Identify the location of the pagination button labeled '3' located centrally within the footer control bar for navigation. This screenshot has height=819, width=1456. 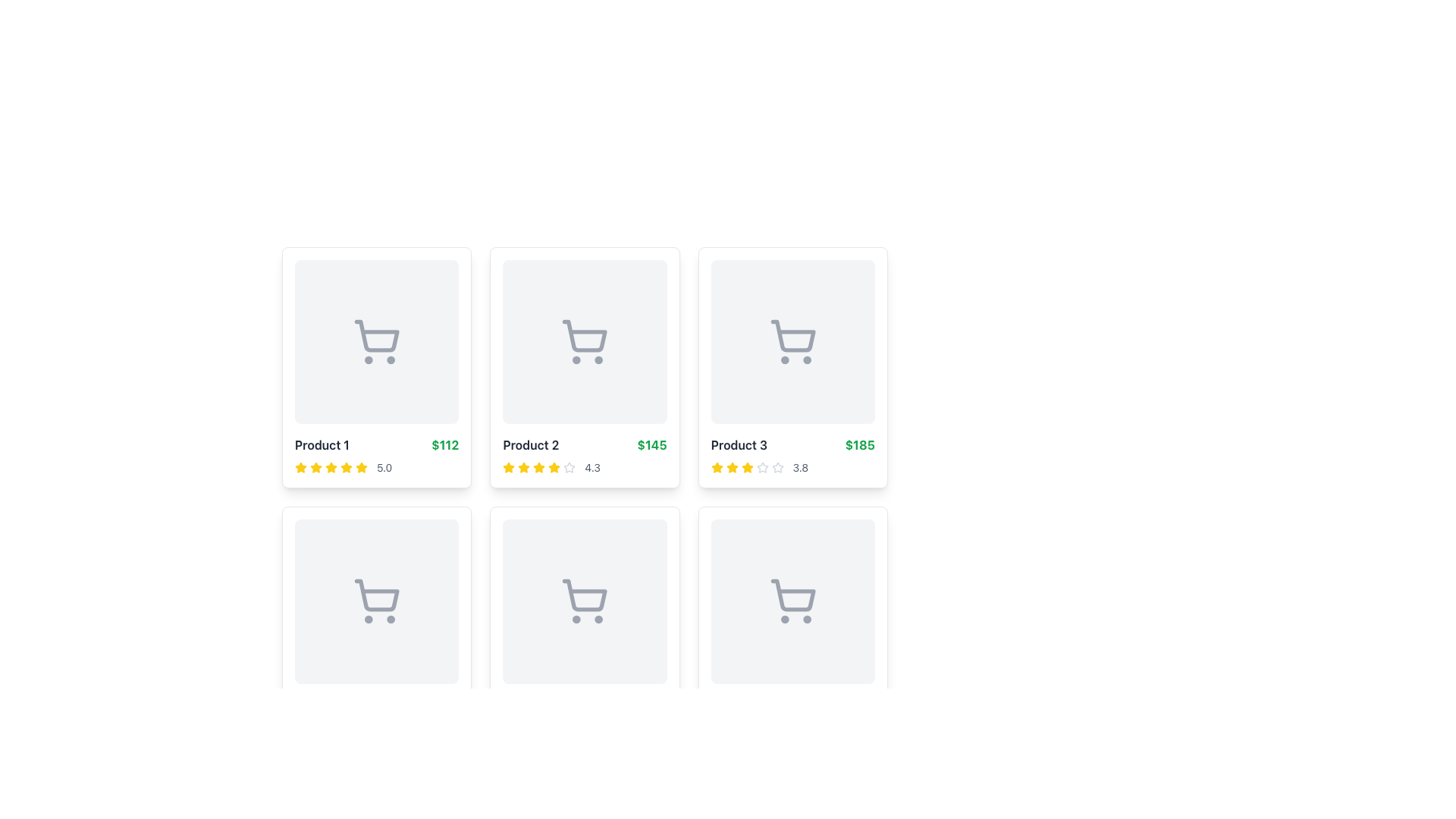
(787, 794).